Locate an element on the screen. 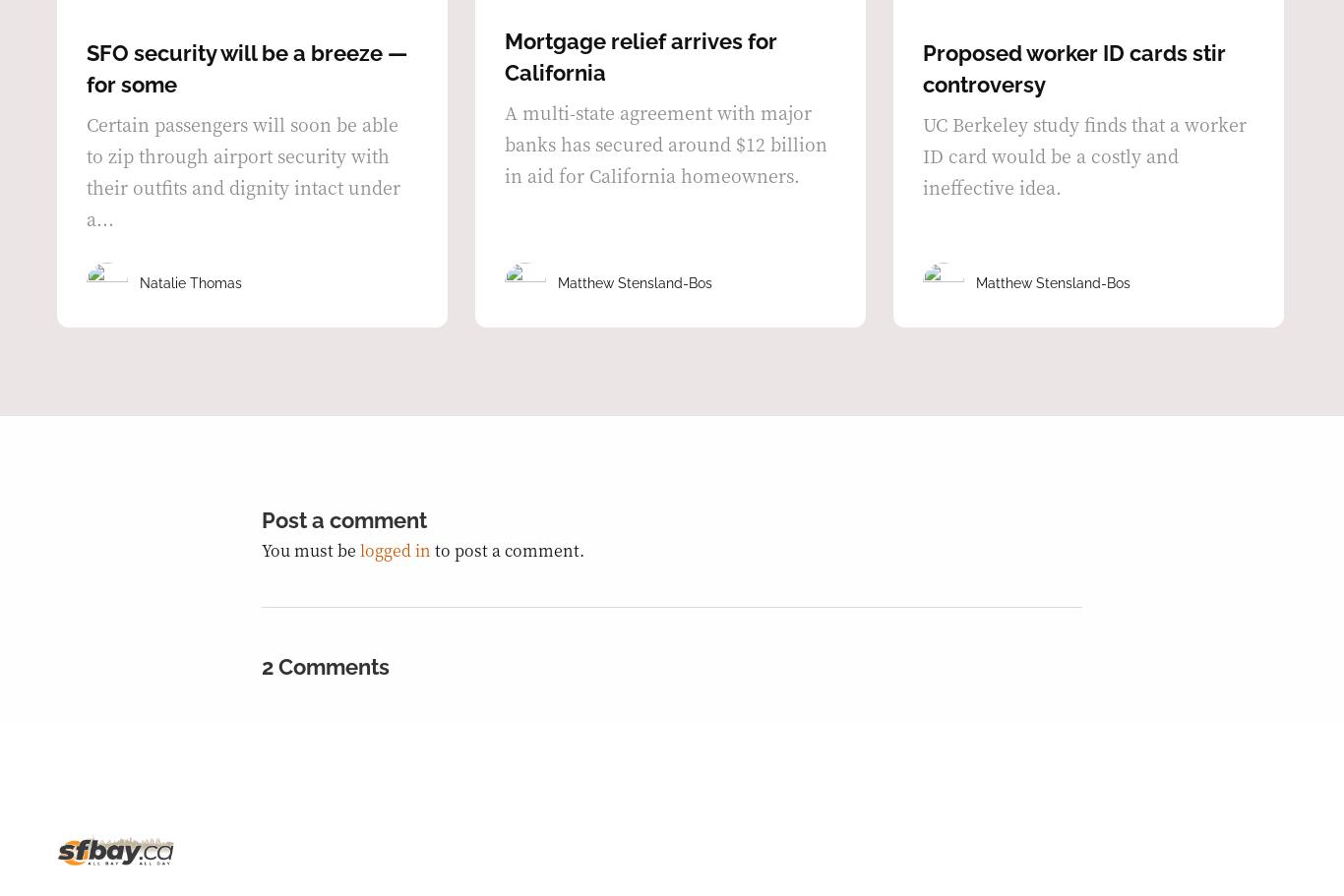 The width and height of the screenshot is (1344, 896). 'UC Berkeley study finds that a worker ID card would be a costly and ineffective idea.' is located at coordinates (1083, 154).